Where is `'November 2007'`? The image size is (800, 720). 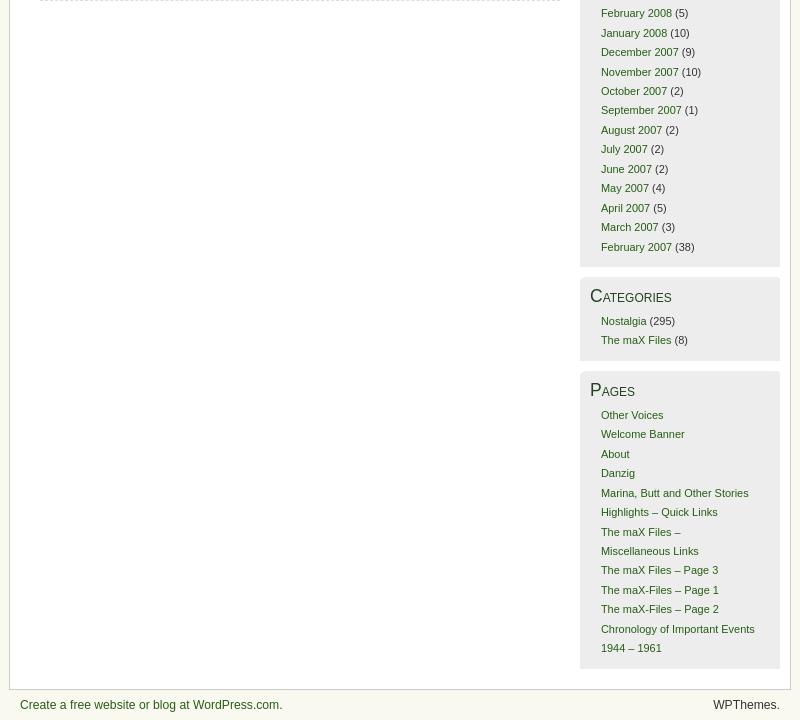 'November 2007' is located at coordinates (638, 69).